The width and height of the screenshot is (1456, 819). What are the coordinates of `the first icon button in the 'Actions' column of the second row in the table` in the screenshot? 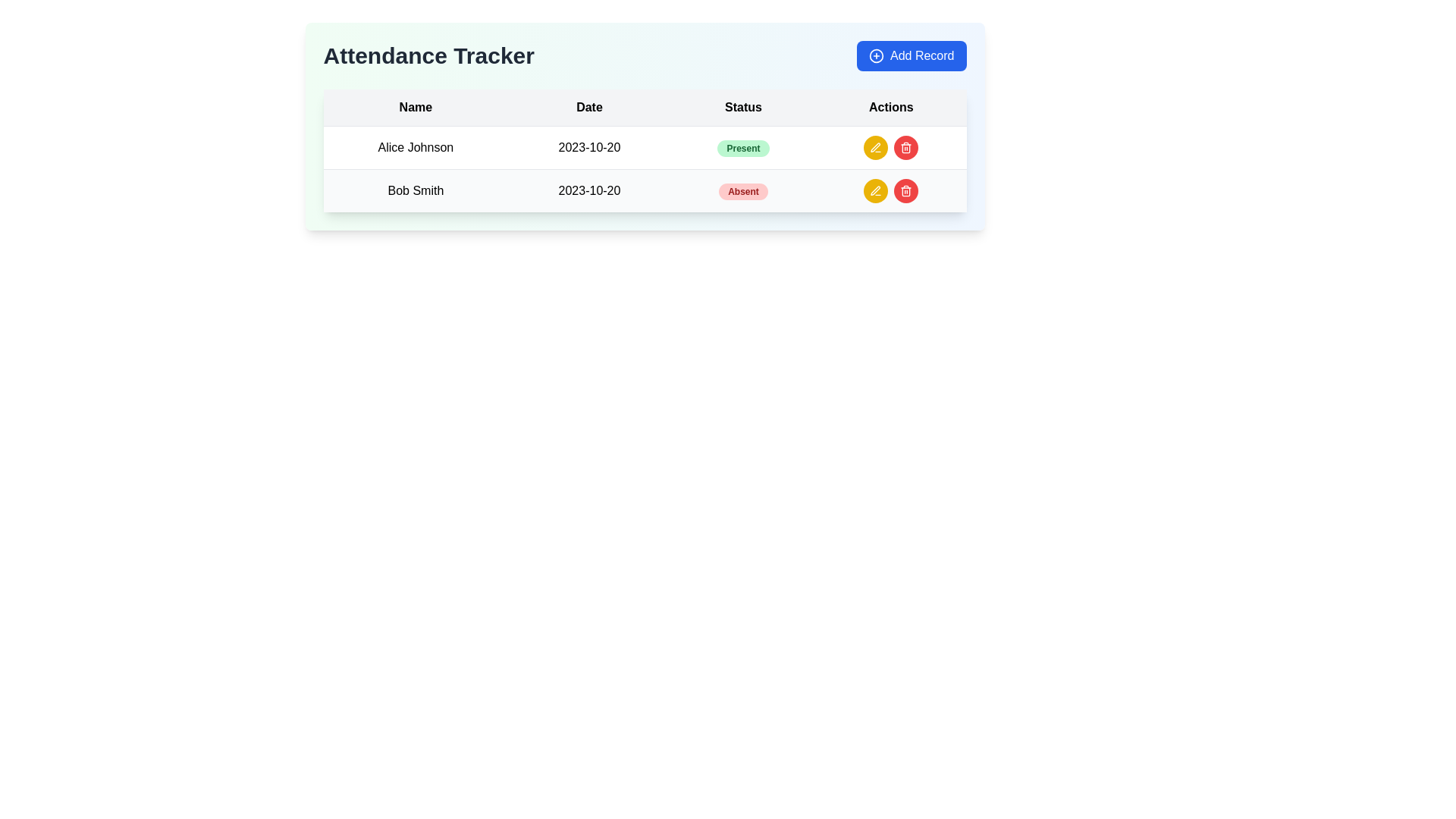 It's located at (876, 147).